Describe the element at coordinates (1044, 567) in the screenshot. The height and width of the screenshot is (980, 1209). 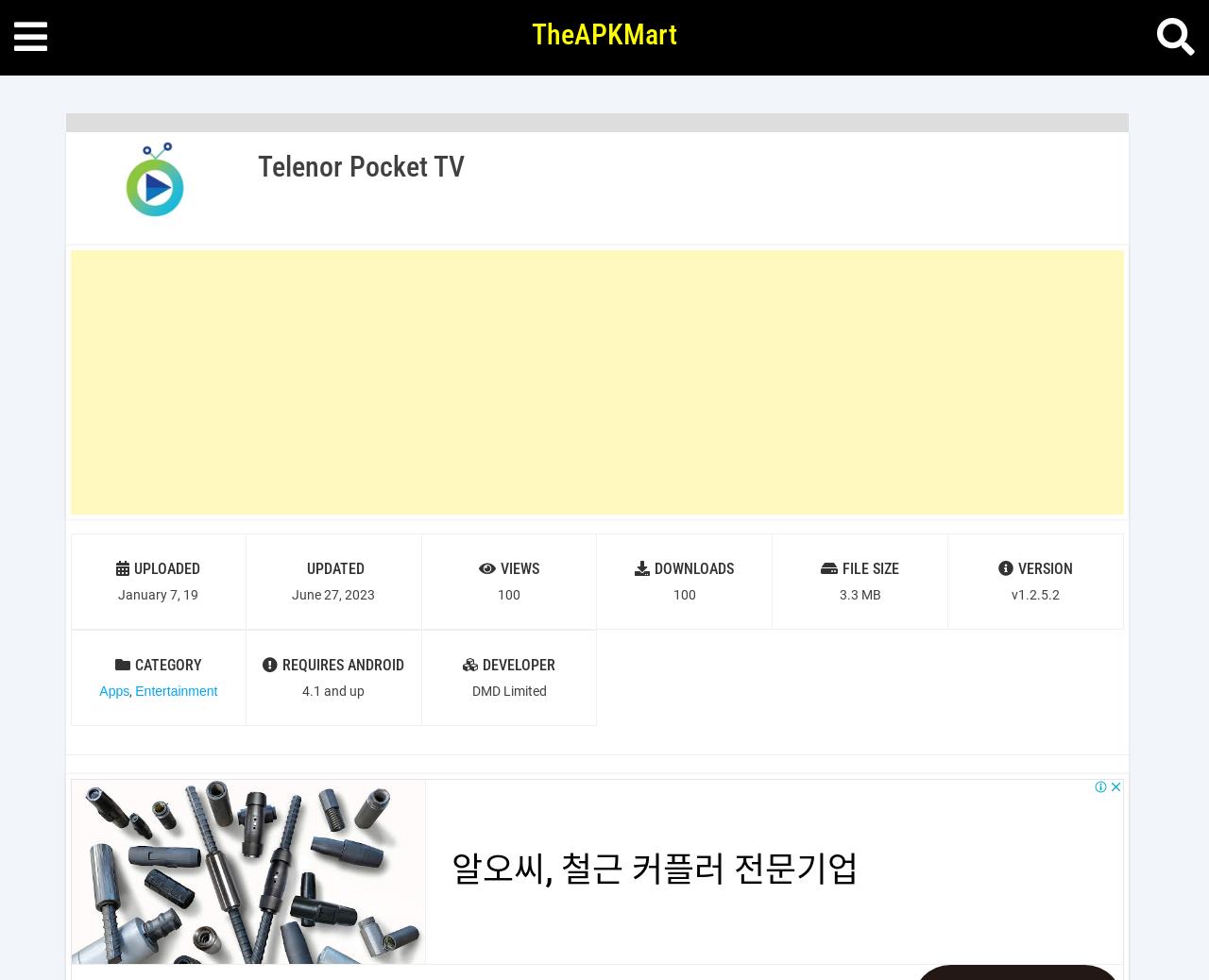
I see `'VERSION'` at that location.